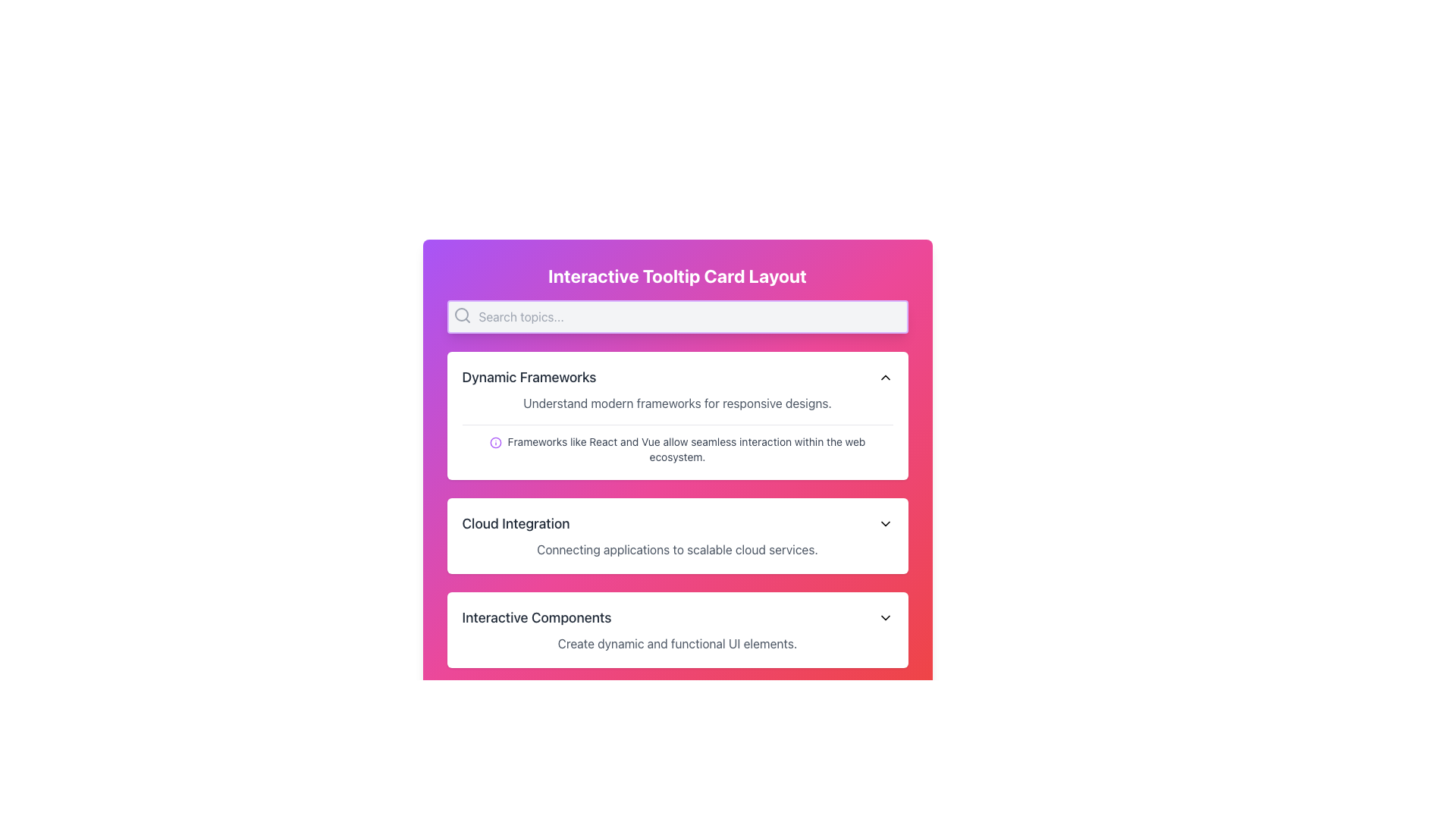  I want to click on the descriptive text element located in the 'Cloud Integration' section, which is the second component below the title text, so click(676, 550).